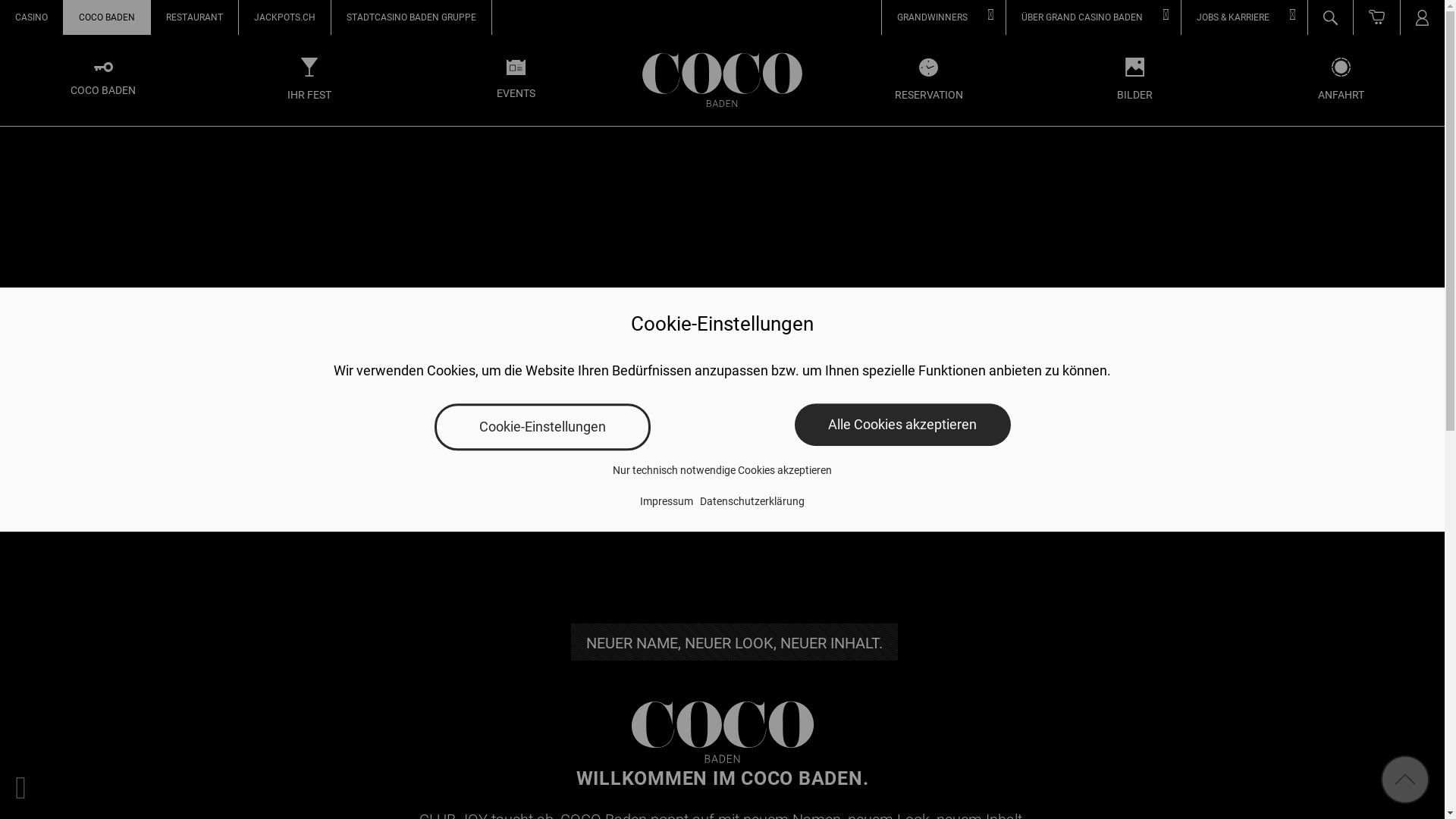  I want to click on 'NEUER NAME, NEUER LOOK, NEUER INHALT.', so click(733, 642).